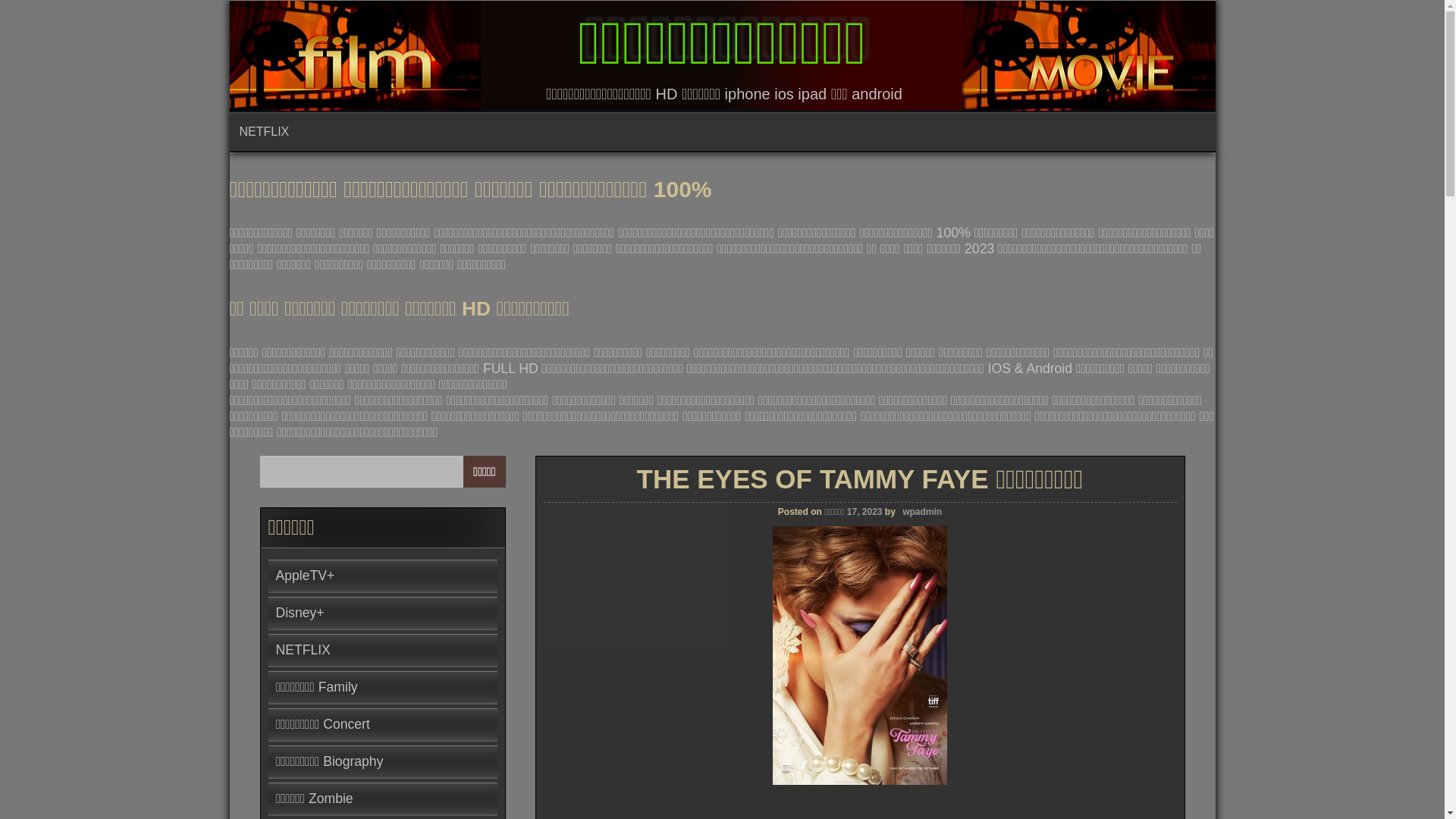 The height and width of the screenshot is (819, 1456). Describe the element at coordinates (303, 648) in the screenshot. I see `'NETFLIX'` at that location.